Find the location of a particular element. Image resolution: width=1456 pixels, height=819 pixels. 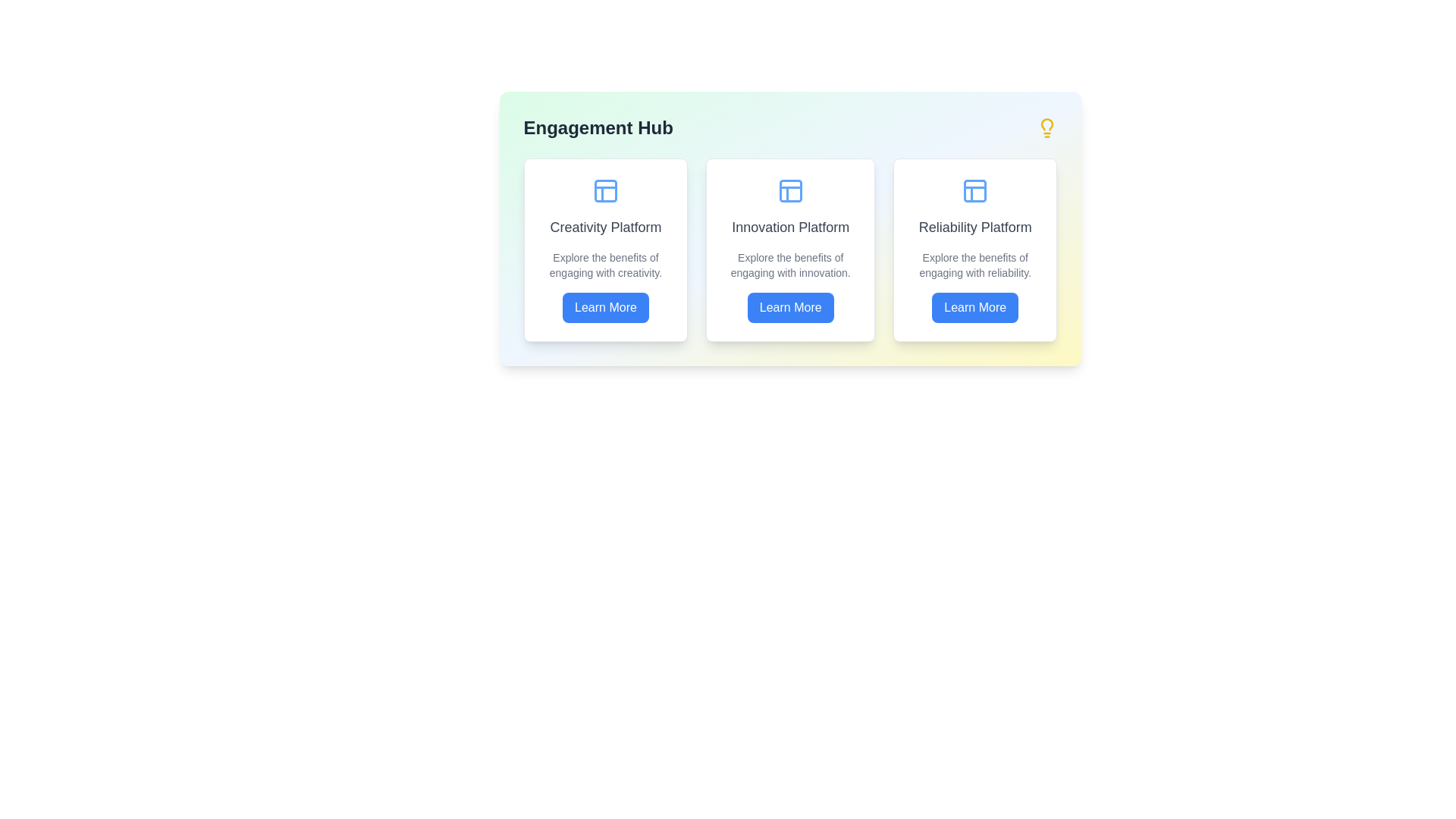

the decorative graphical component within the SVG icon located in the upper-left quadrant of the Creativity Platform card is located at coordinates (604, 190).